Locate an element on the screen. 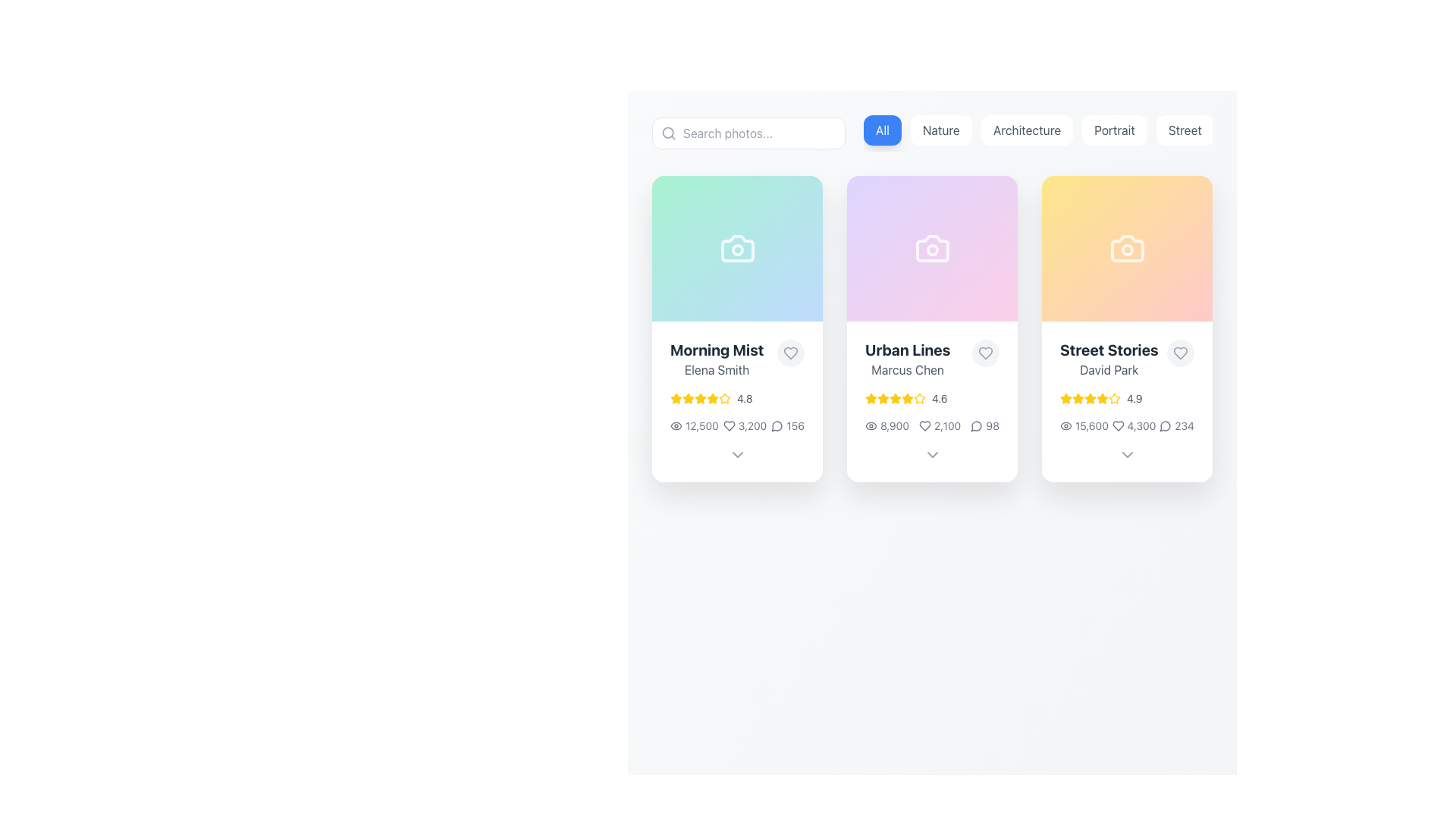 Image resolution: width=1456 pixels, height=819 pixels. the middle card UI component is located at coordinates (931, 400).